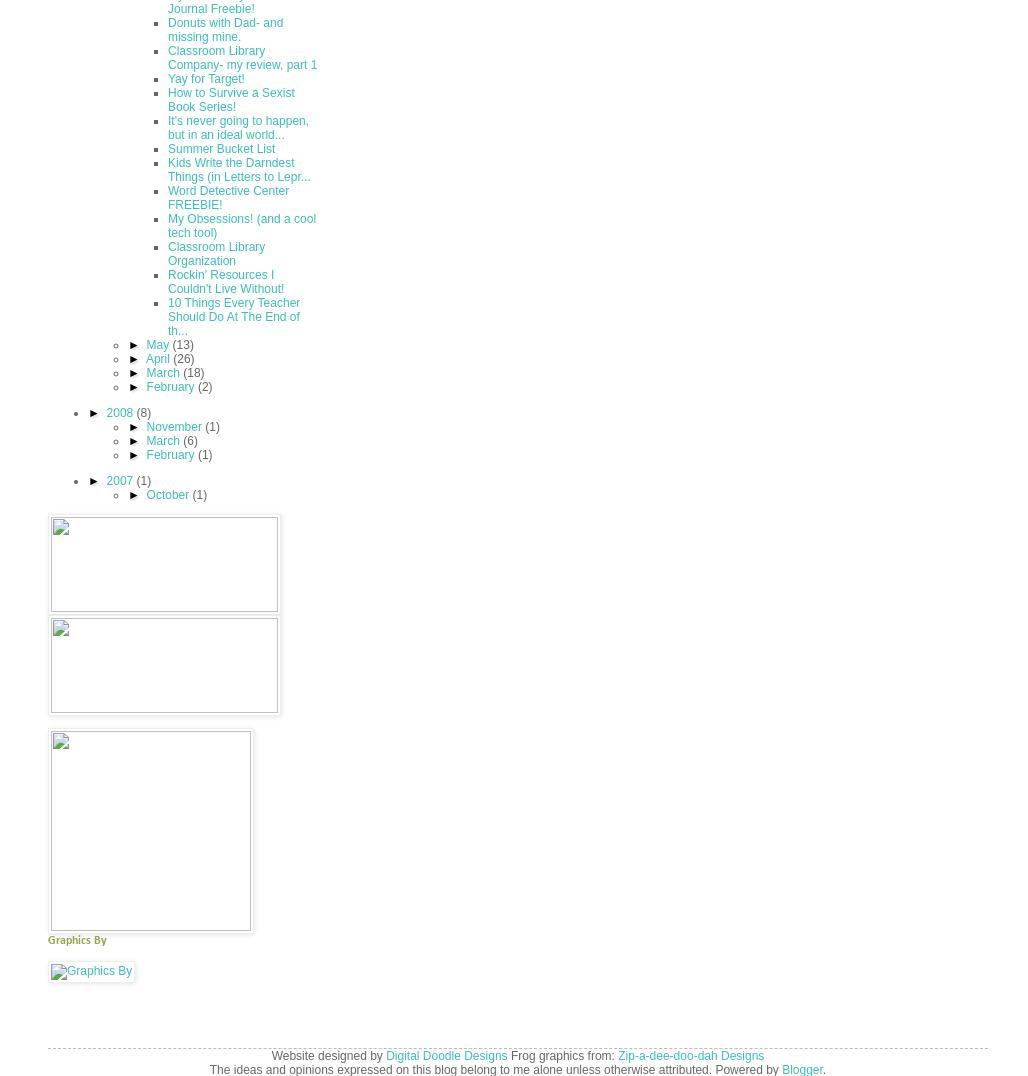 The image size is (1028, 1076). Describe the element at coordinates (159, 344) in the screenshot. I see `'May'` at that location.